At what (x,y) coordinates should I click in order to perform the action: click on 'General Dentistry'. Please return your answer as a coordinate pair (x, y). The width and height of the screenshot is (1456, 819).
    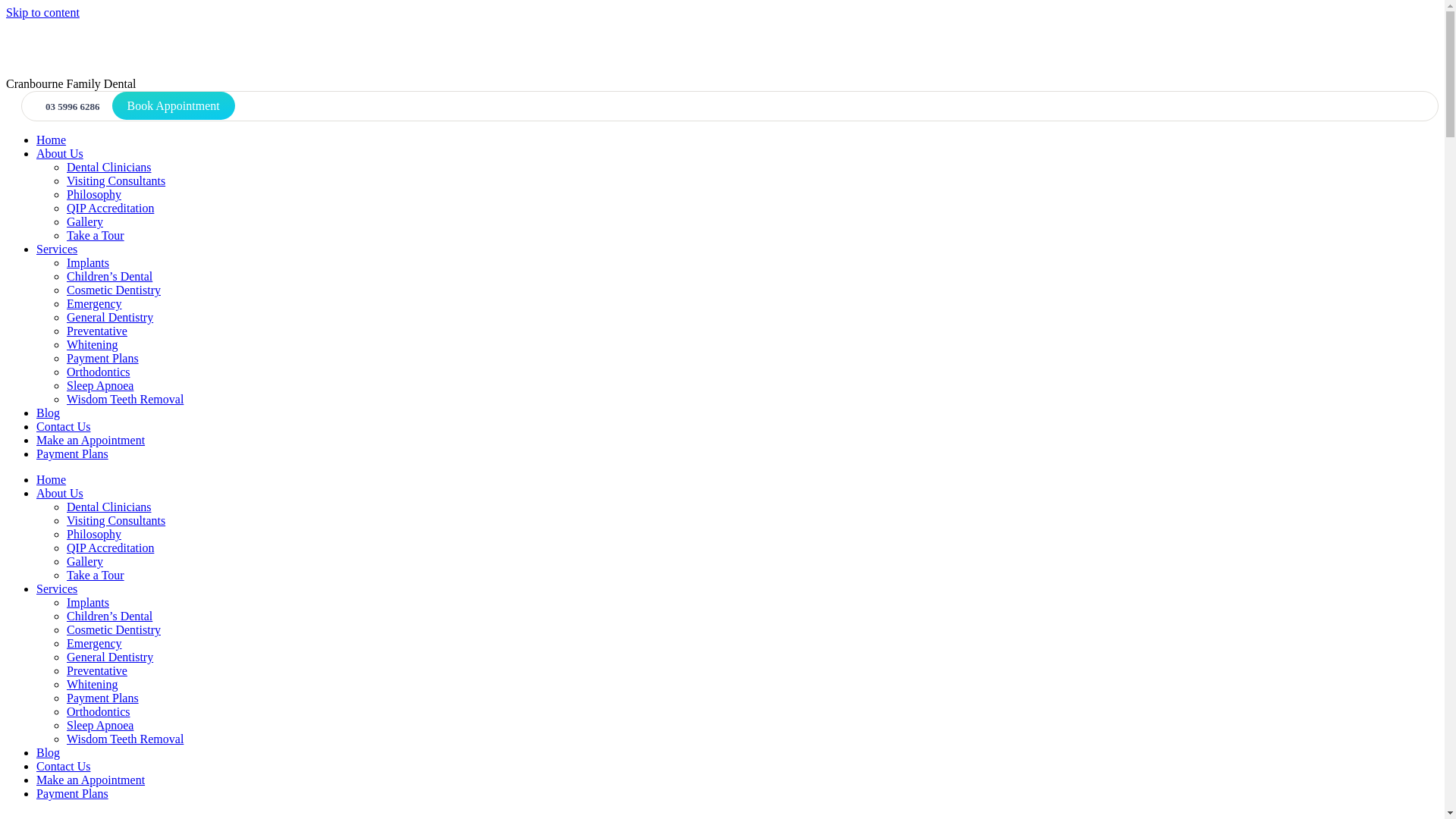
    Looking at the image, I should click on (108, 656).